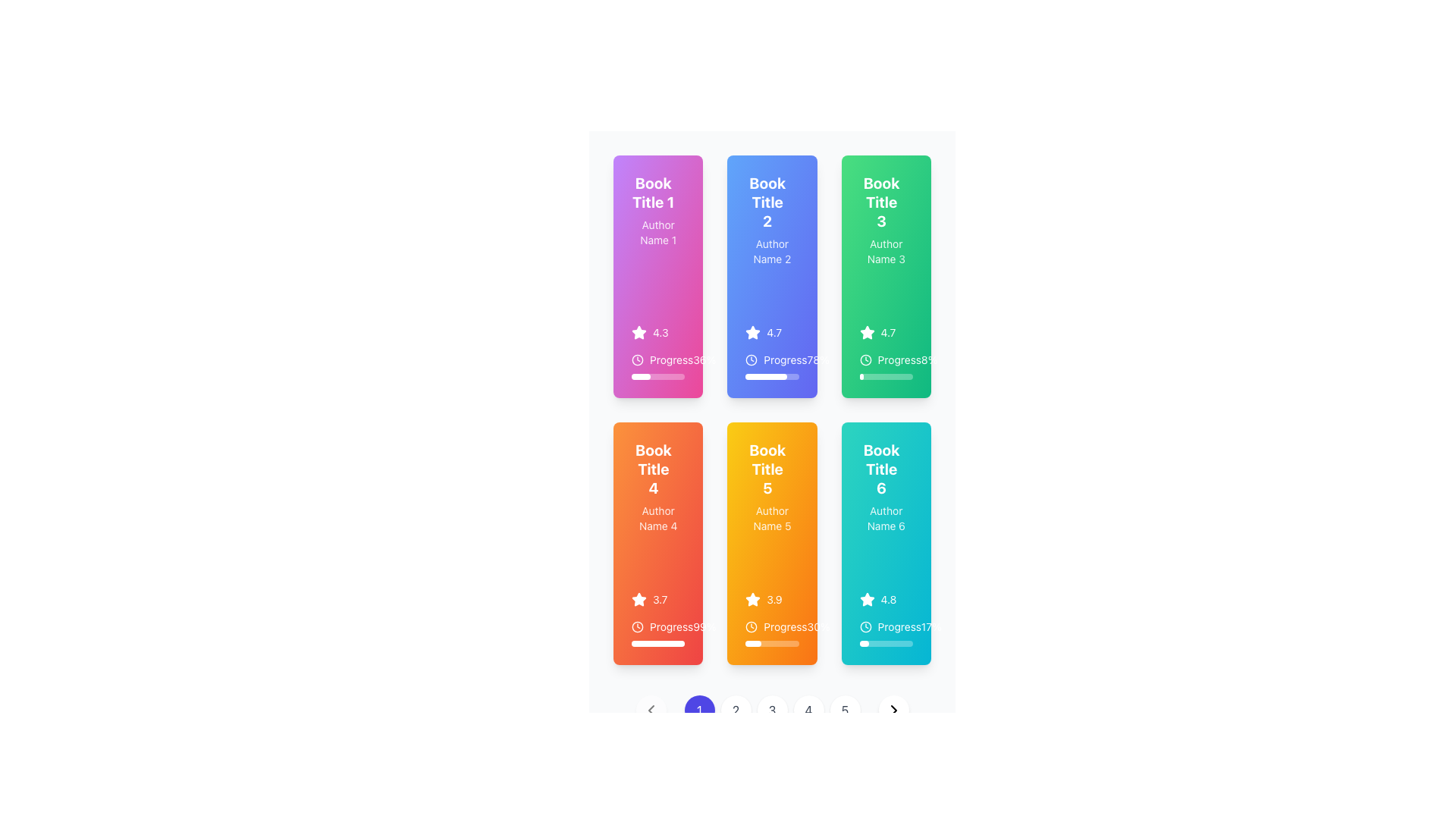 Image resolution: width=1456 pixels, height=819 pixels. I want to click on the text label displaying '3.9' located near the star icon in the bottom section of the card labeled 'Book Title 5', so click(774, 598).